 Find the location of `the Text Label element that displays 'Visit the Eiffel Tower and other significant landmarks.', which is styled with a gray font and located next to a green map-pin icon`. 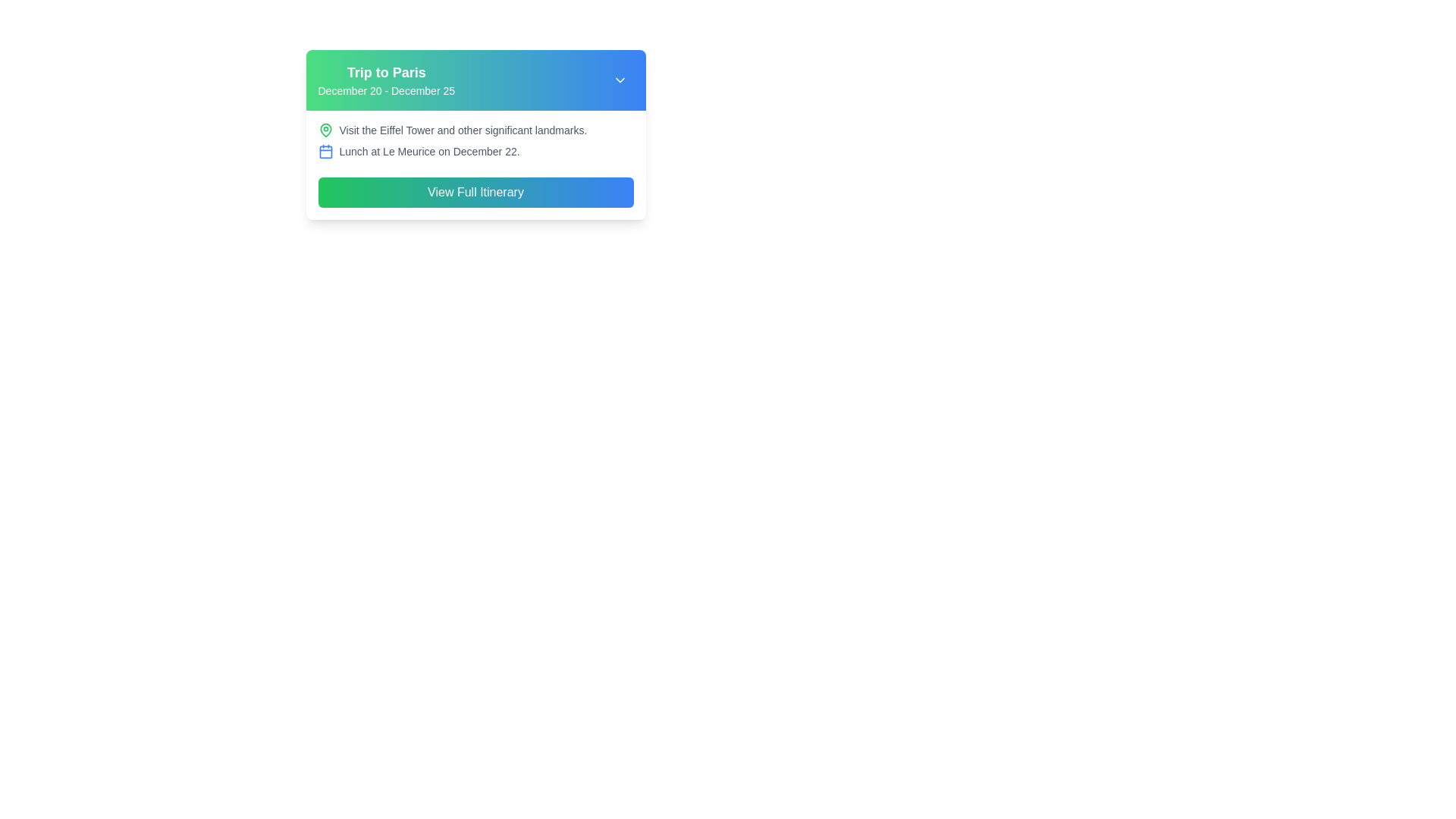

the Text Label element that displays 'Visit the Eiffel Tower and other significant landmarks.', which is styled with a gray font and located next to a green map-pin icon is located at coordinates (462, 130).